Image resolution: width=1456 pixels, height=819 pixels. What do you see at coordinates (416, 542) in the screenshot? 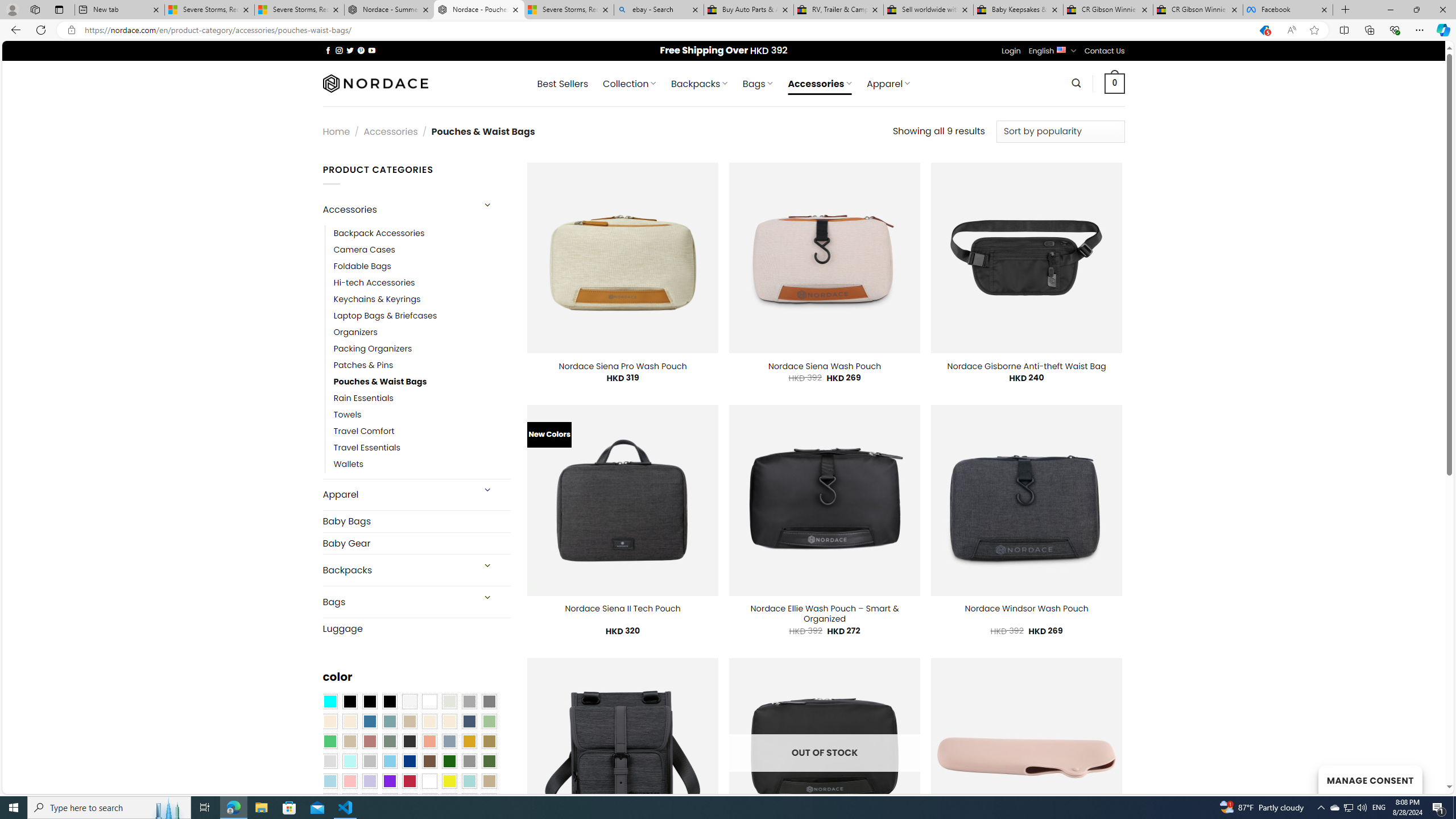
I see `'Baby Gear'` at bounding box center [416, 542].